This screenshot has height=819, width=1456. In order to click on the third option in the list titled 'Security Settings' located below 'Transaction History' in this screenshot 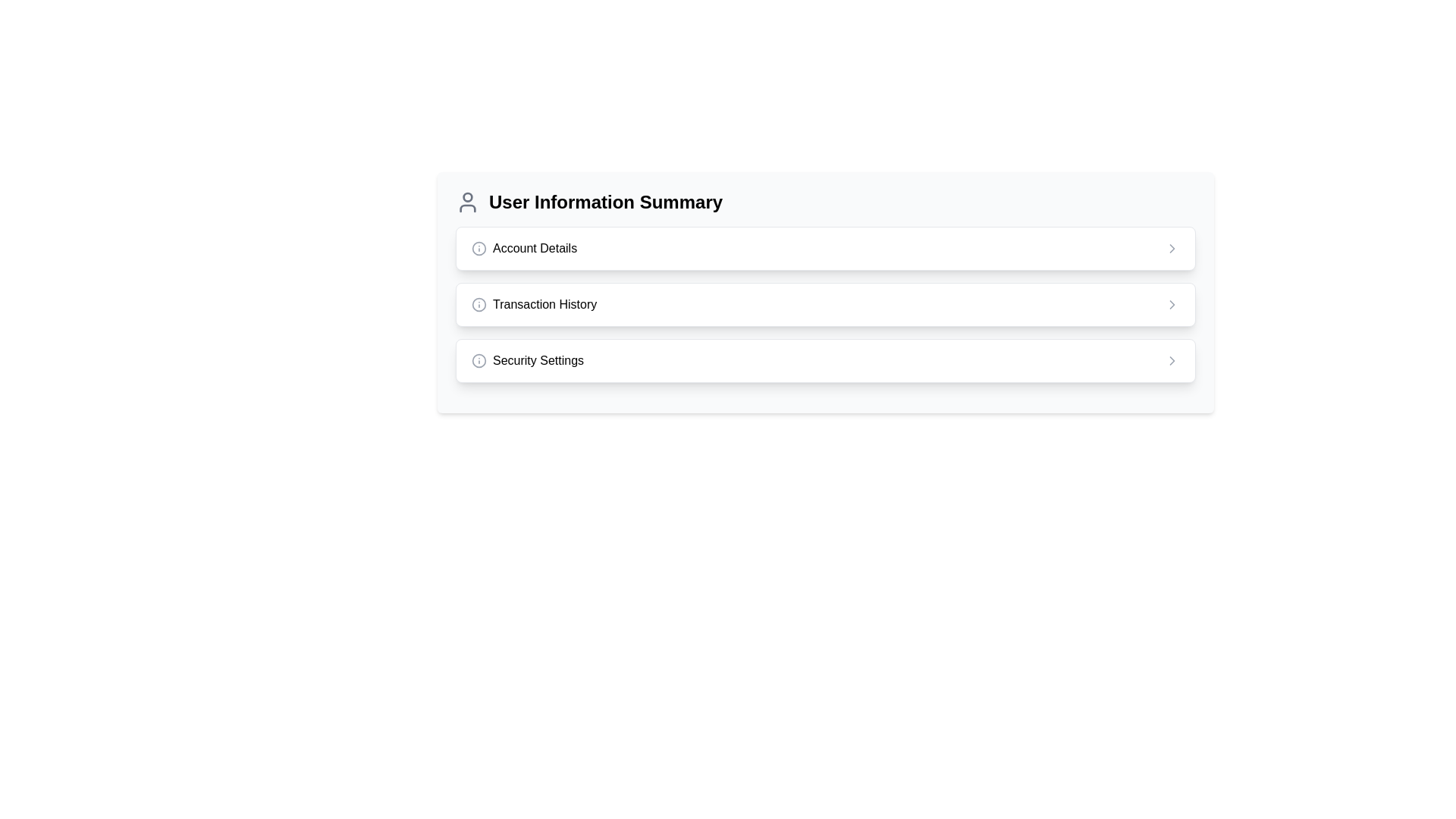, I will do `click(825, 360)`.